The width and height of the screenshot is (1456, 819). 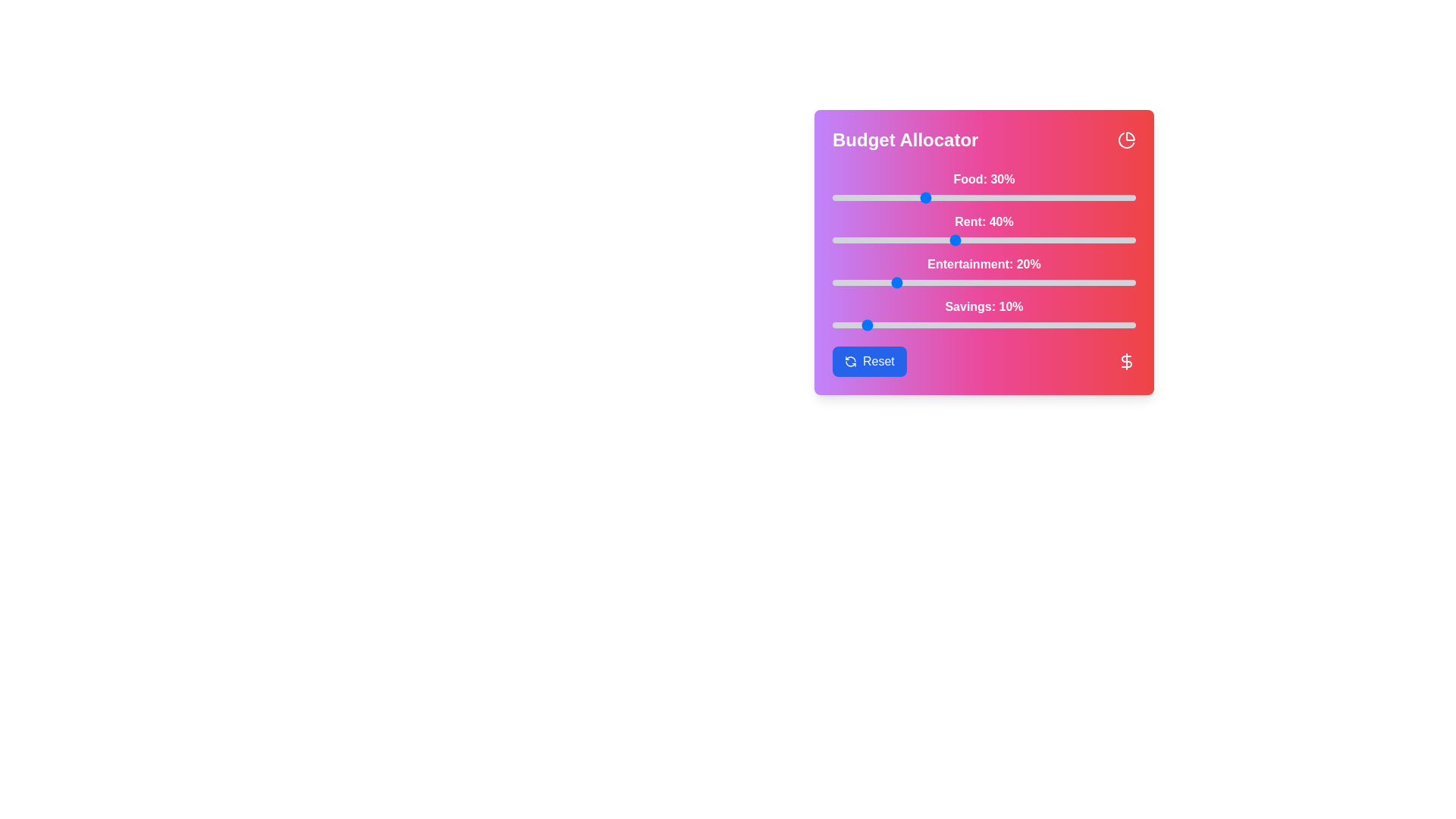 What do you see at coordinates (1127, 140) in the screenshot?
I see `the pie chart icon located in the top-right corner of the interface, adjacent to the title 'Budget Allocator'` at bounding box center [1127, 140].